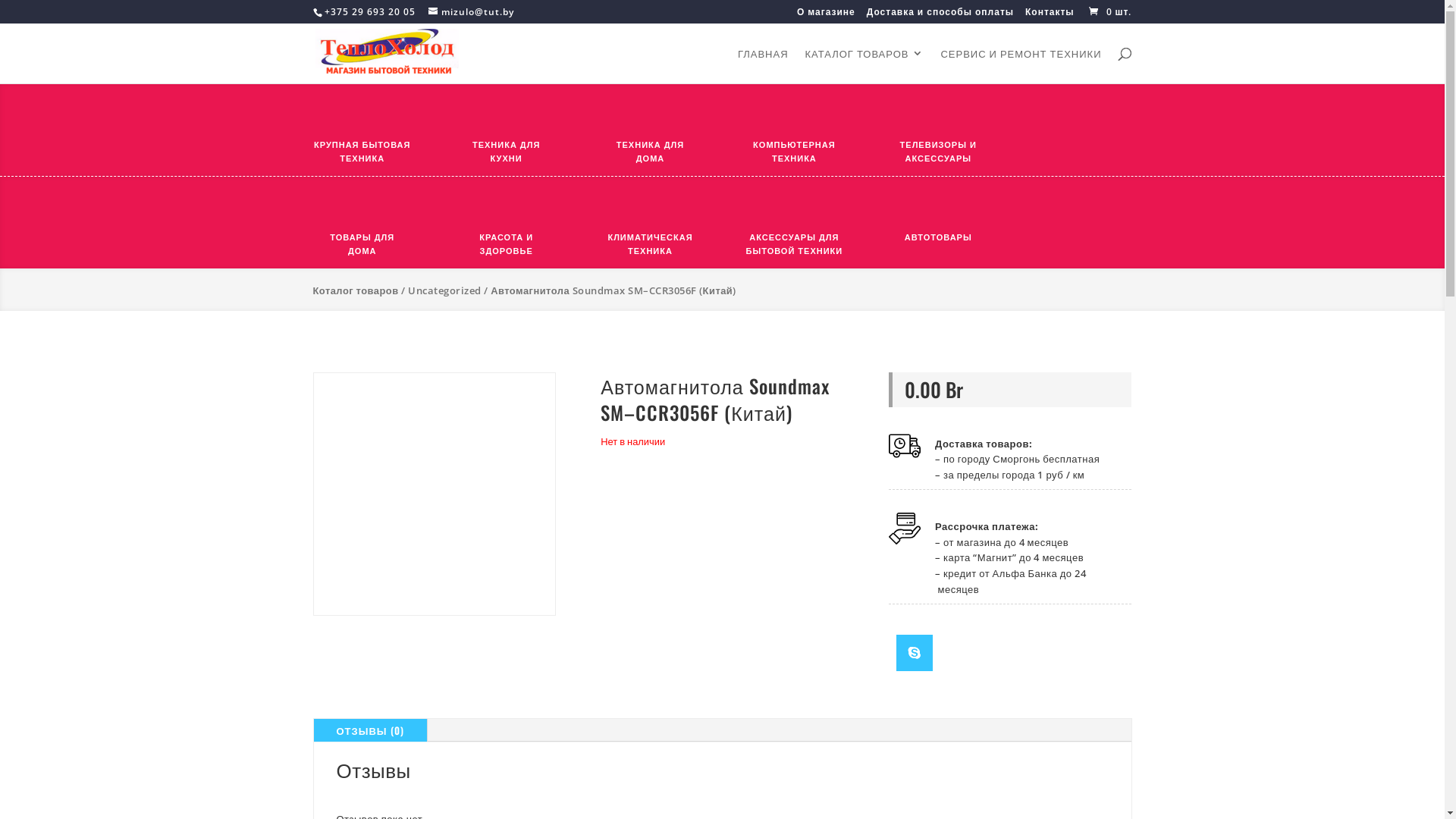  What do you see at coordinates (469, 11) in the screenshot?
I see `'mizulo@tut.by'` at bounding box center [469, 11].